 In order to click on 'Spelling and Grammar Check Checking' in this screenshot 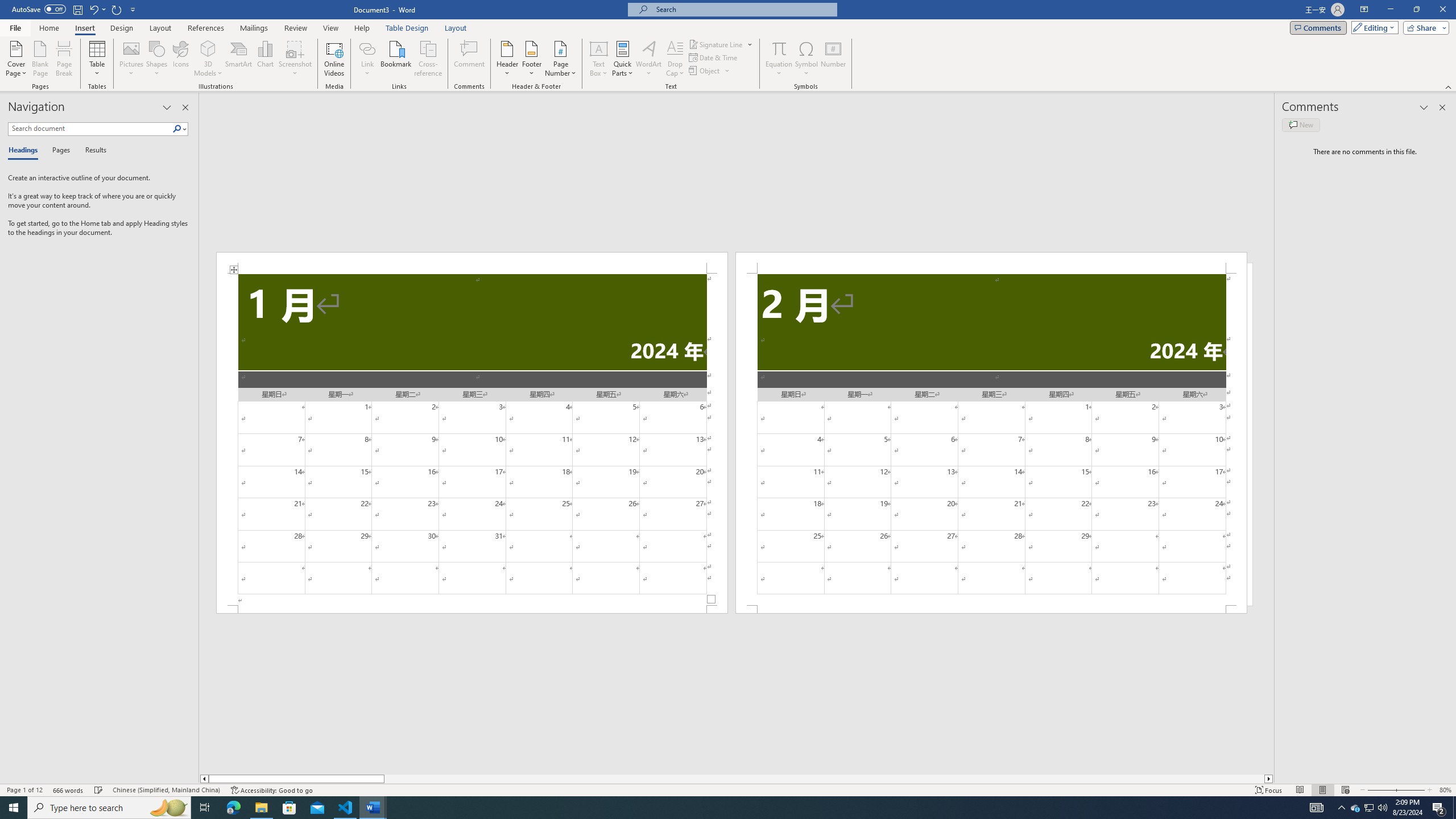, I will do `click(99, 790)`.